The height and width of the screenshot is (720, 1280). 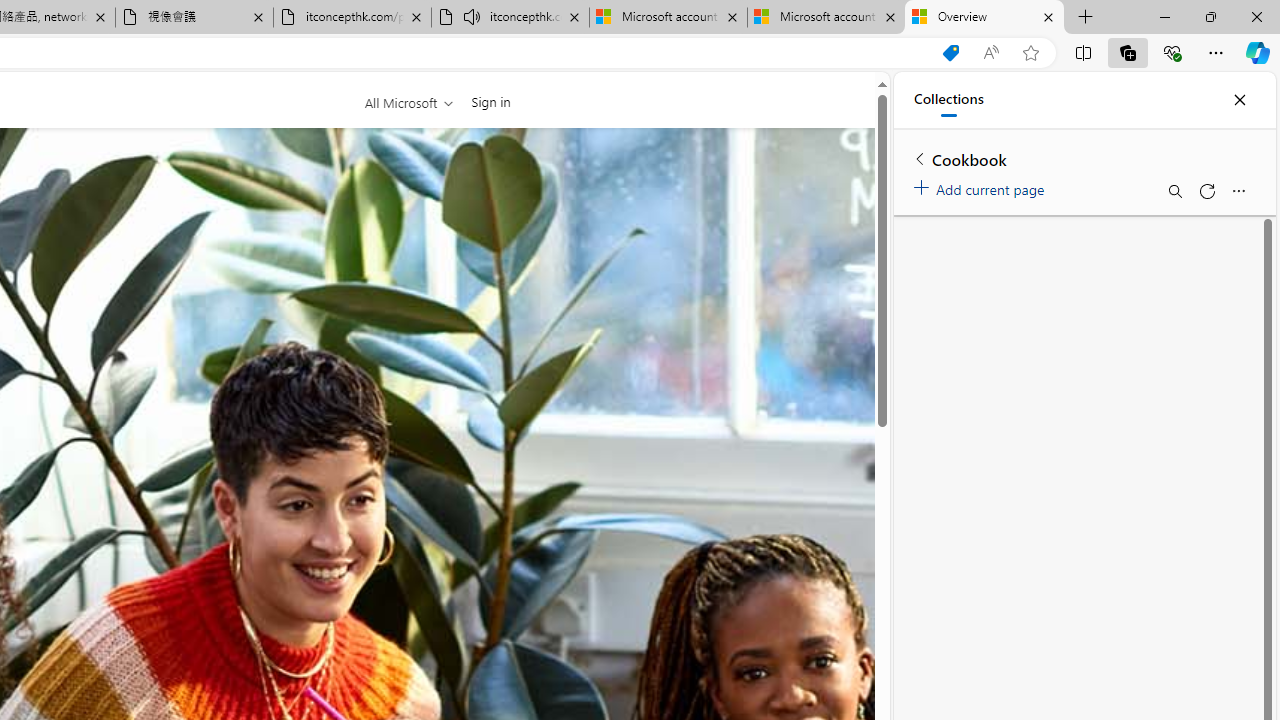 What do you see at coordinates (470, 16) in the screenshot?
I see `'Mute tab'` at bounding box center [470, 16].